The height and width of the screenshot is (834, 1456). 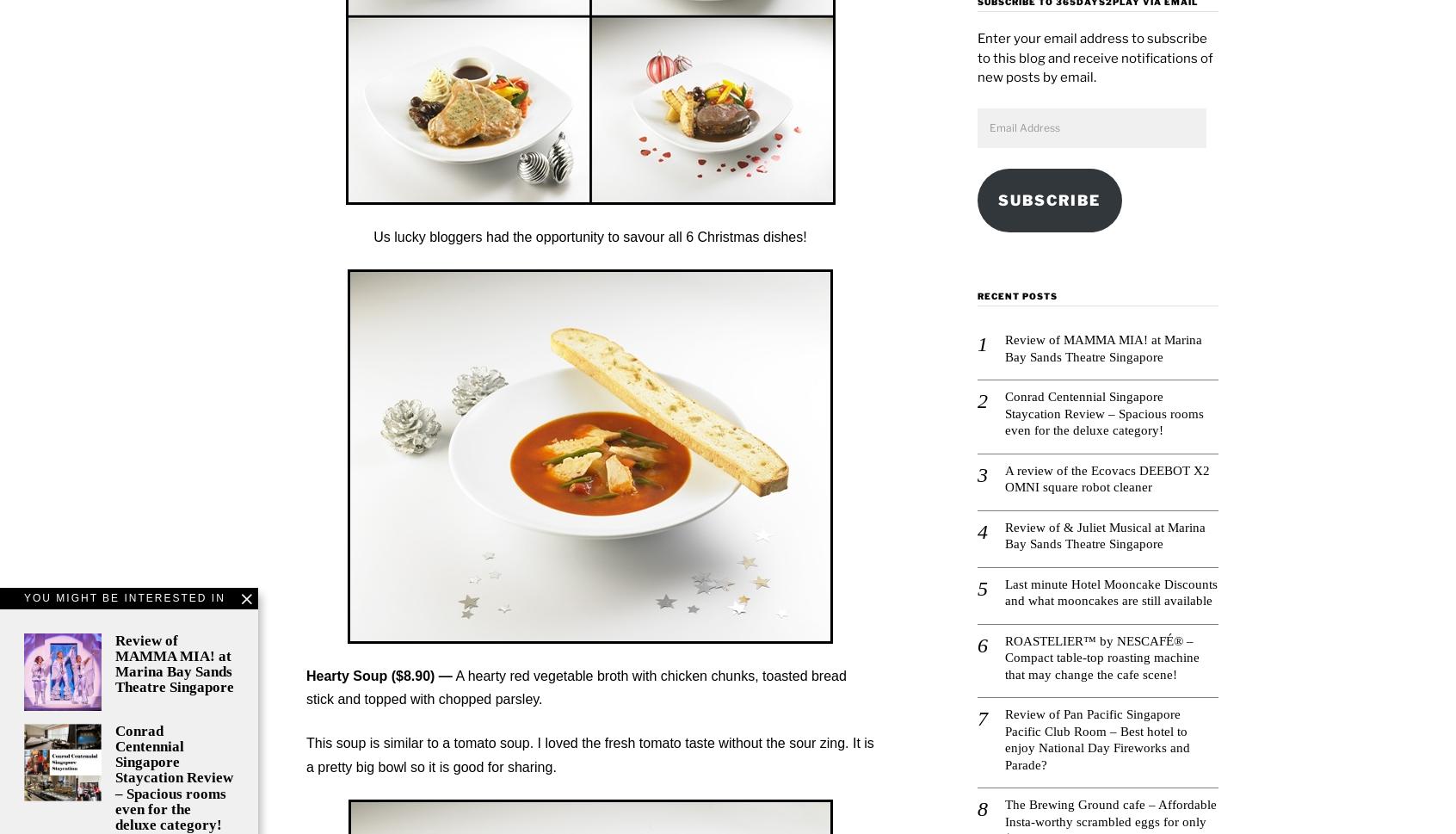 I want to click on 'Recent Posts', so click(x=1016, y=294).